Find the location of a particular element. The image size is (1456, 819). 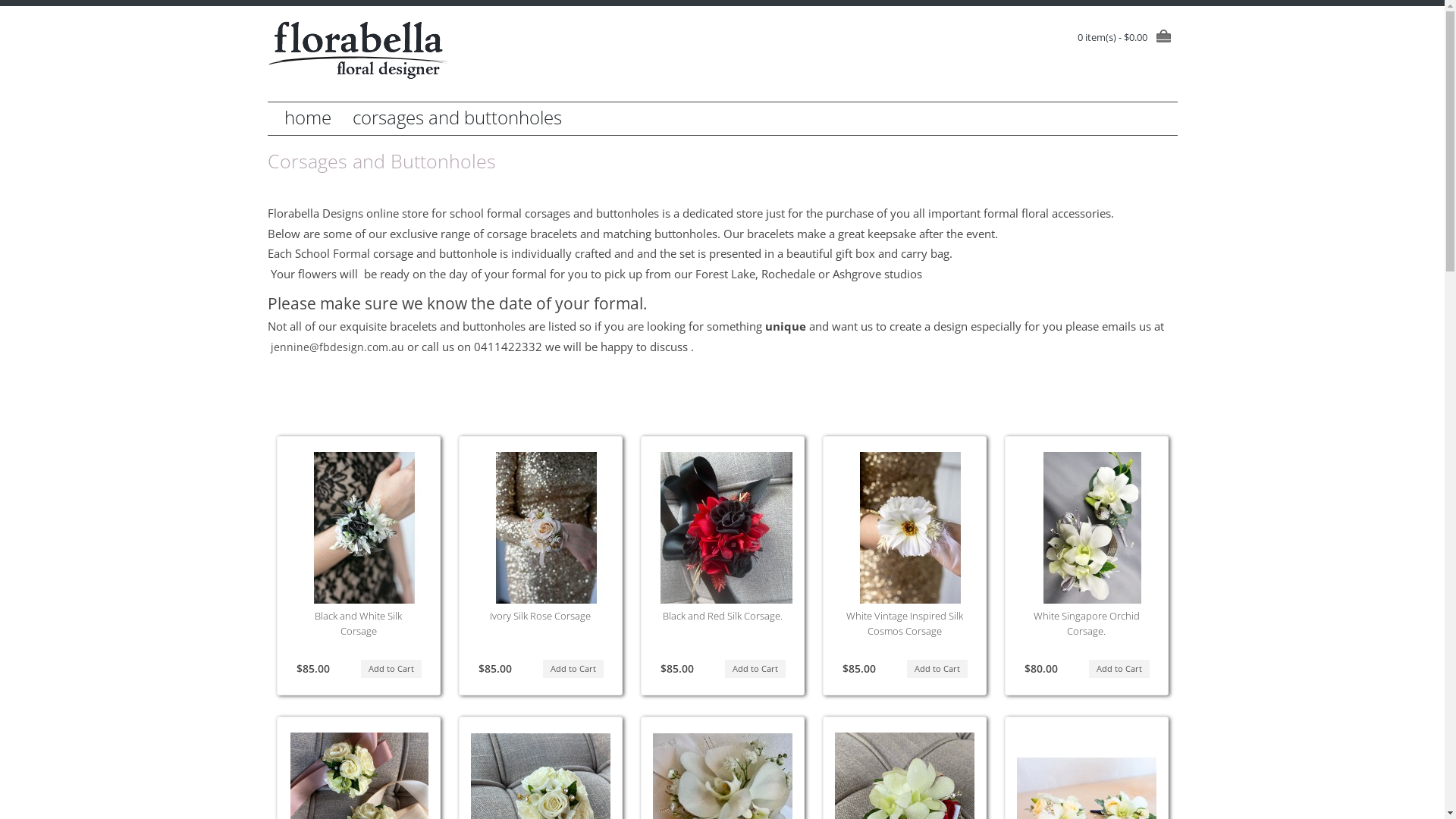

' Black and Red Silk Corsage.  ' is located at coordinates (728, 526).